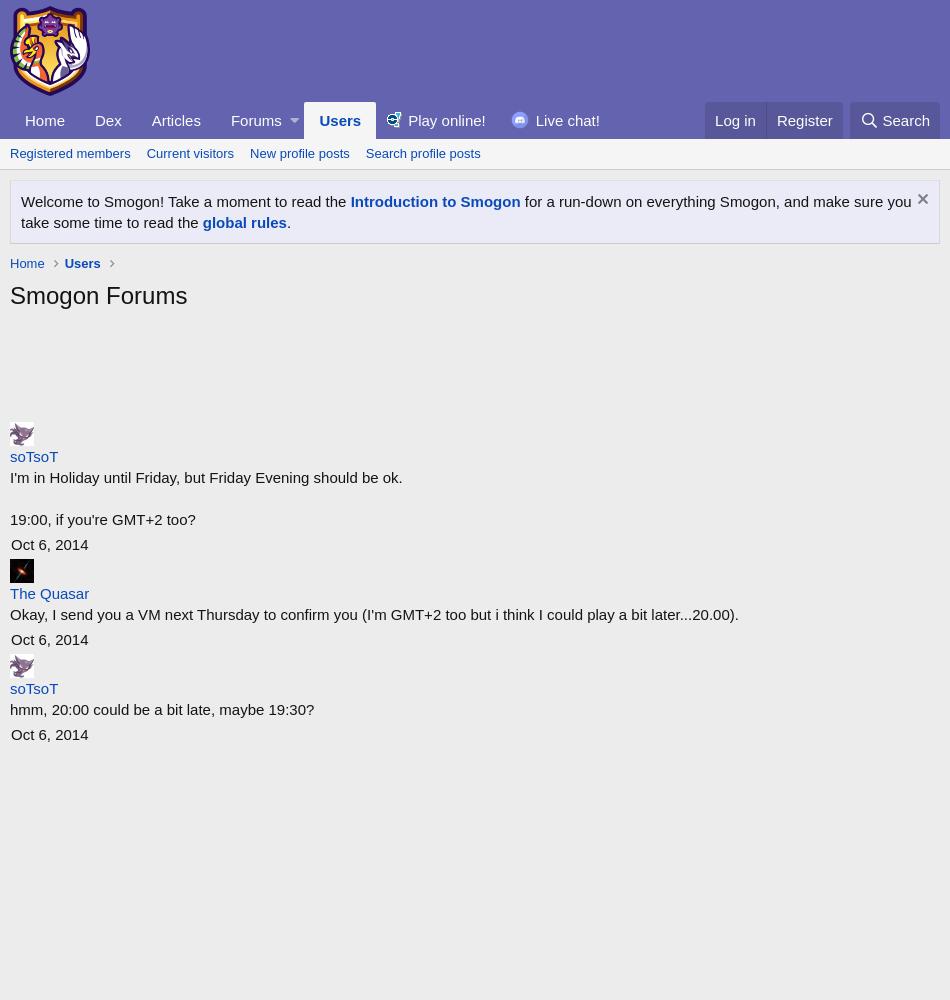  Describe the element at coordinates (205, 476) in the screenshot. I see `'I'm in Holiday until Friday,  but Friday Evening should be ok.'` at that location.